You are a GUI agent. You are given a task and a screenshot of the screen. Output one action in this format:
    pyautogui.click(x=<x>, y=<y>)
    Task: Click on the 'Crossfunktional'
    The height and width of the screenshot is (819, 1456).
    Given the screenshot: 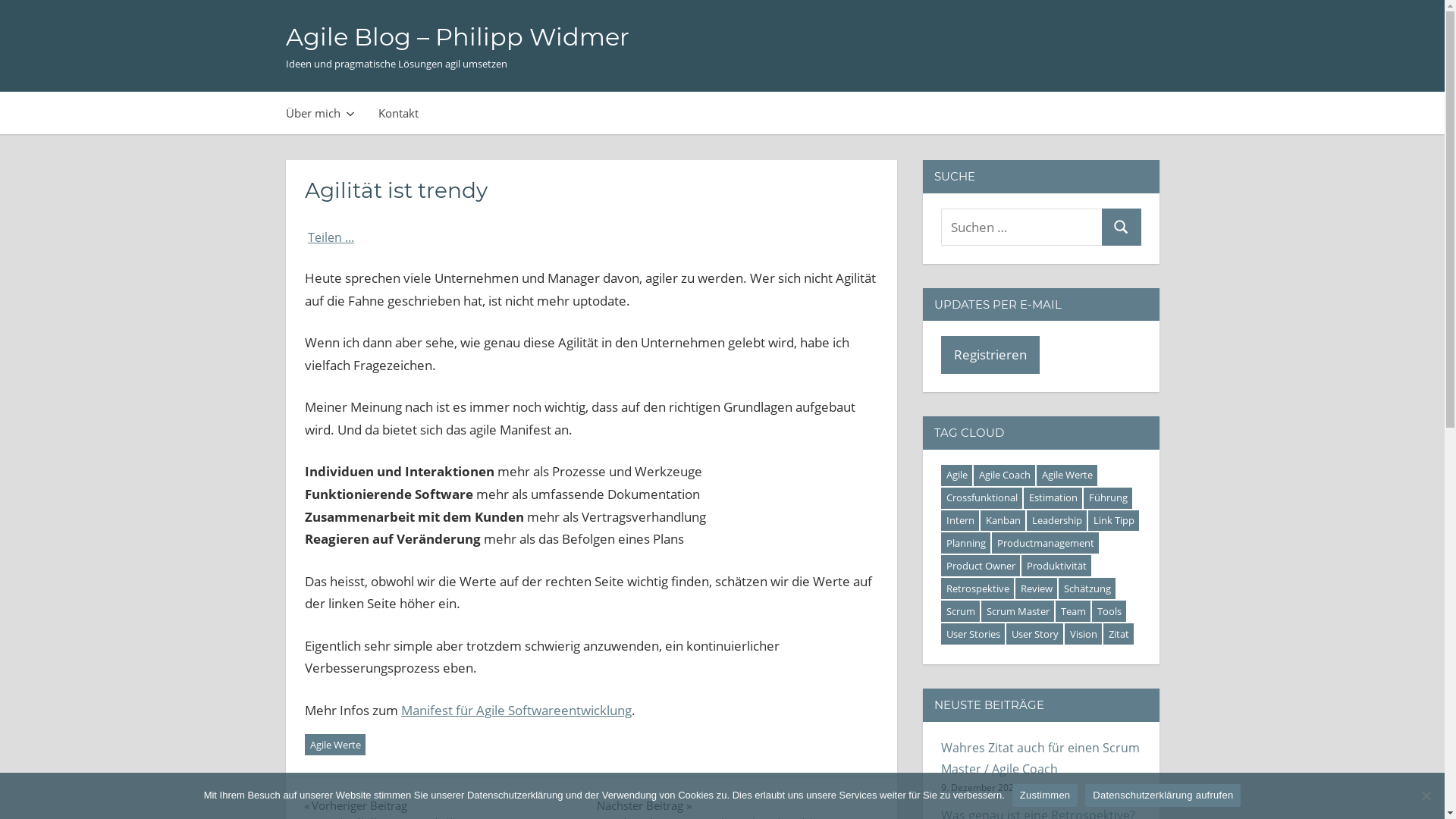 What is the action you would take?
    pyautogui.click(x=981, y=497)
    